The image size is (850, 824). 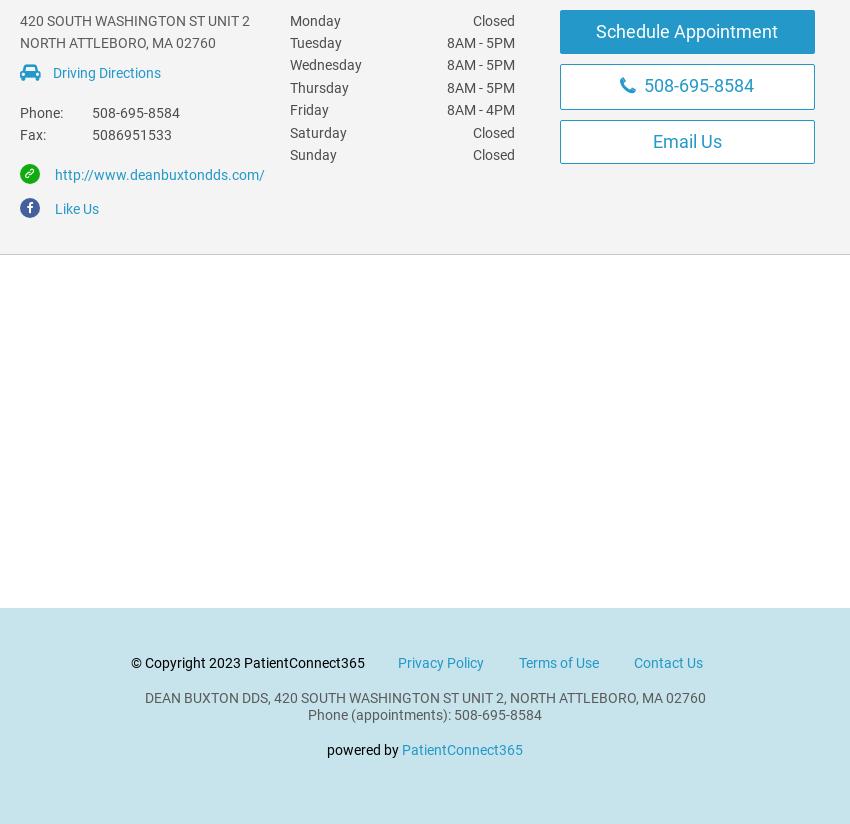 I want to click on 'DEAN BUXTON DDS,', so click(x=205, y=697).